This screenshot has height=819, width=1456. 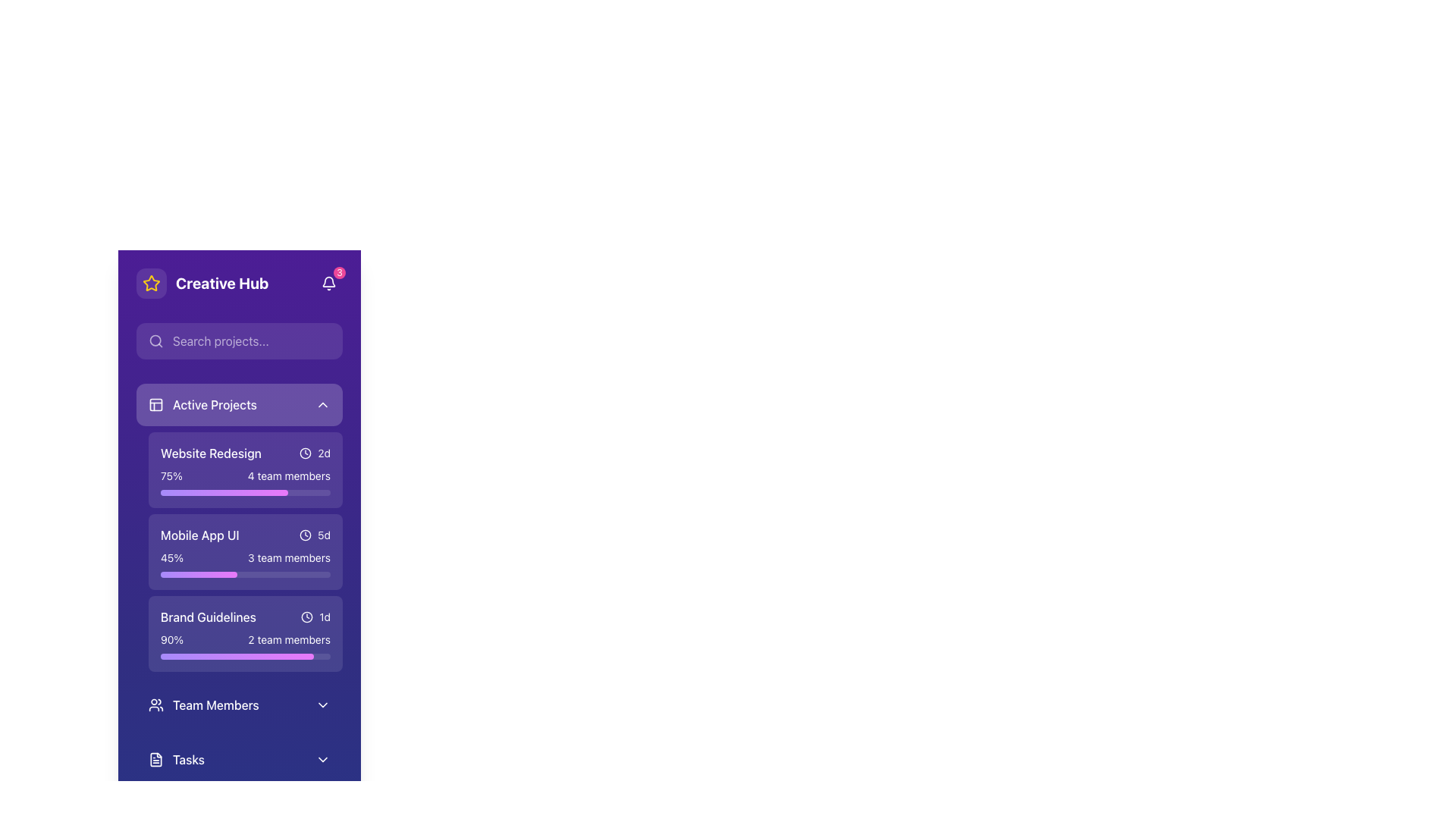 What do you see at coordinates (246, 575) in the screenshot?
I see `the horizontal progress bar within the 'Mobile App UI' project card, which visually represents 45% completion and is styled with a gradient from violet to fuchsia` at bounding box center [246, 575].